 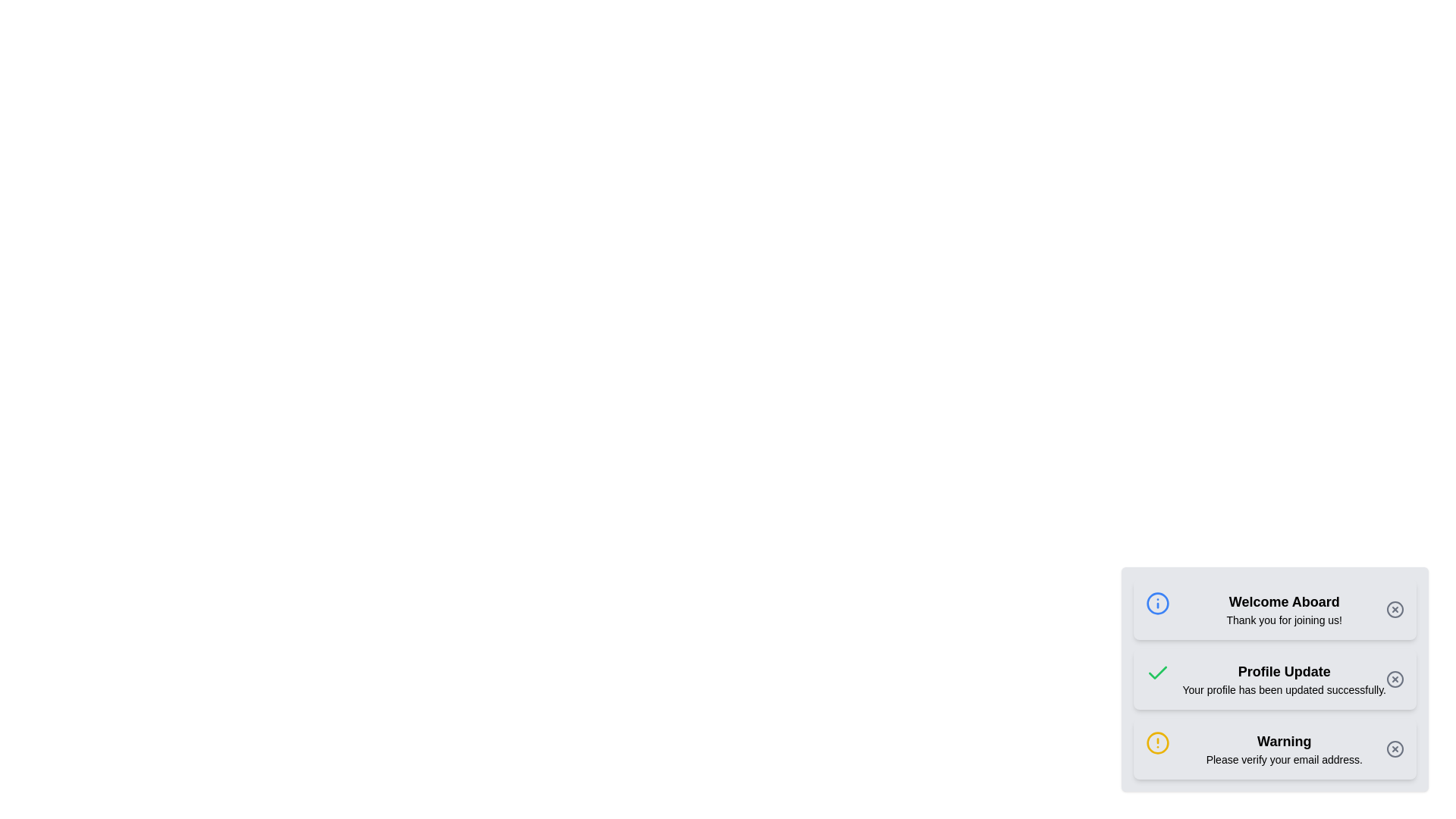 What do you see at coordinates (1395, 748) in the screenshot?
I see `the dismiss button located on the right side of the 'Warning' notification box` at bounding box center [1395, 748].